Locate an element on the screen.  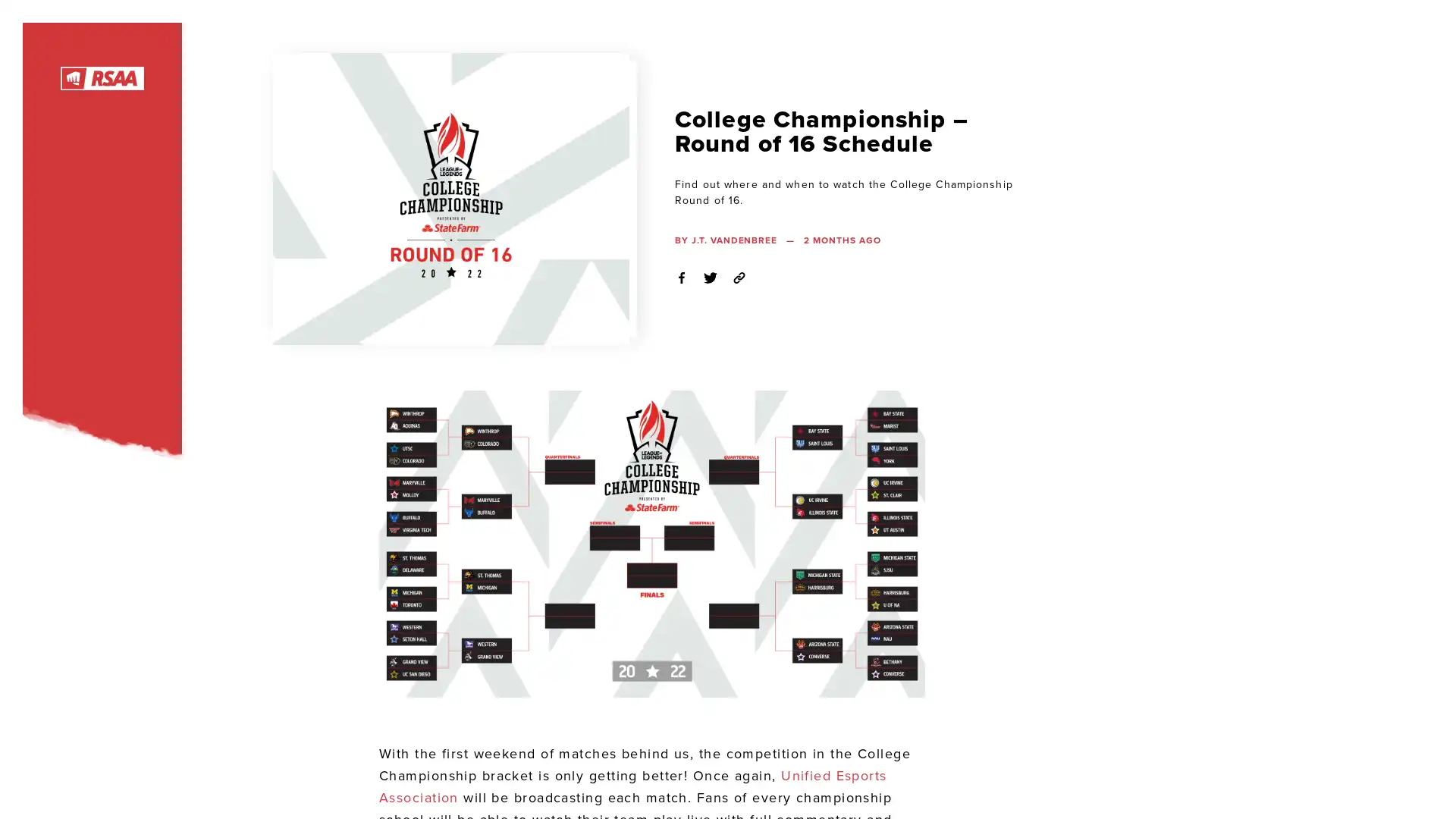
Copy Link is located at coordinates (739, 278).